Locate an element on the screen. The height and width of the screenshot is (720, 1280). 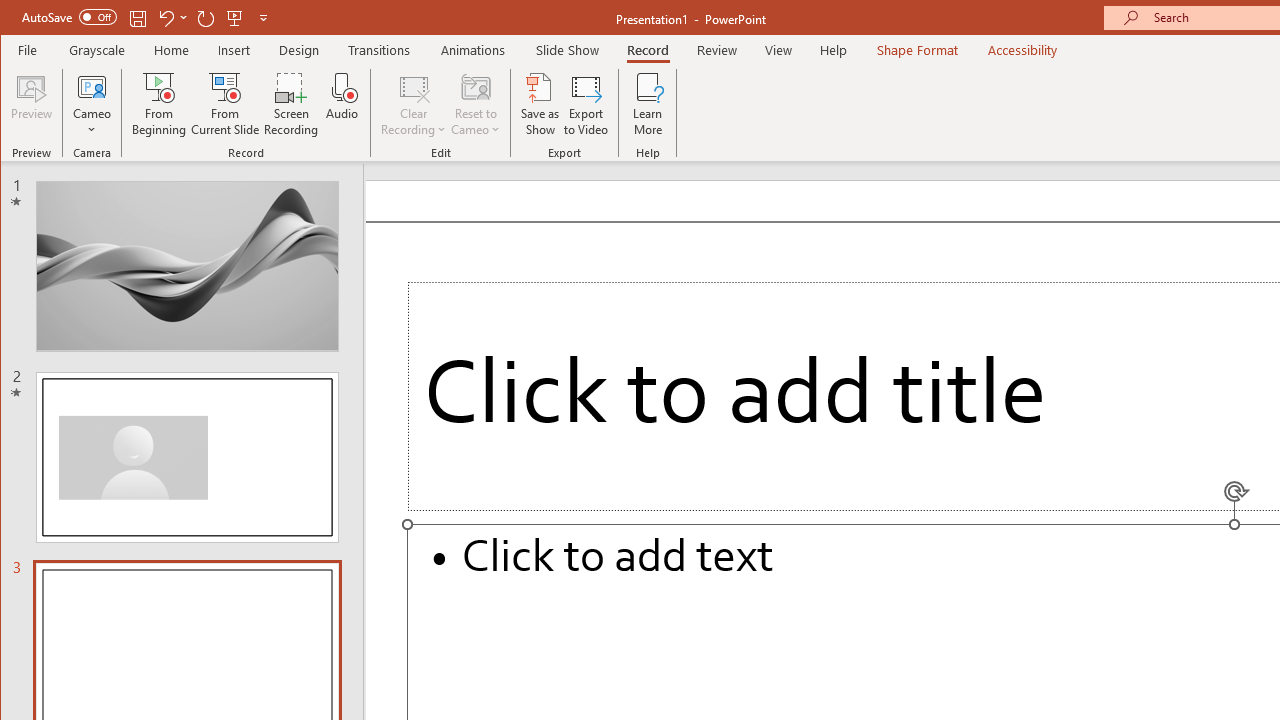
'Audio' is located at coordinates (342, 104).